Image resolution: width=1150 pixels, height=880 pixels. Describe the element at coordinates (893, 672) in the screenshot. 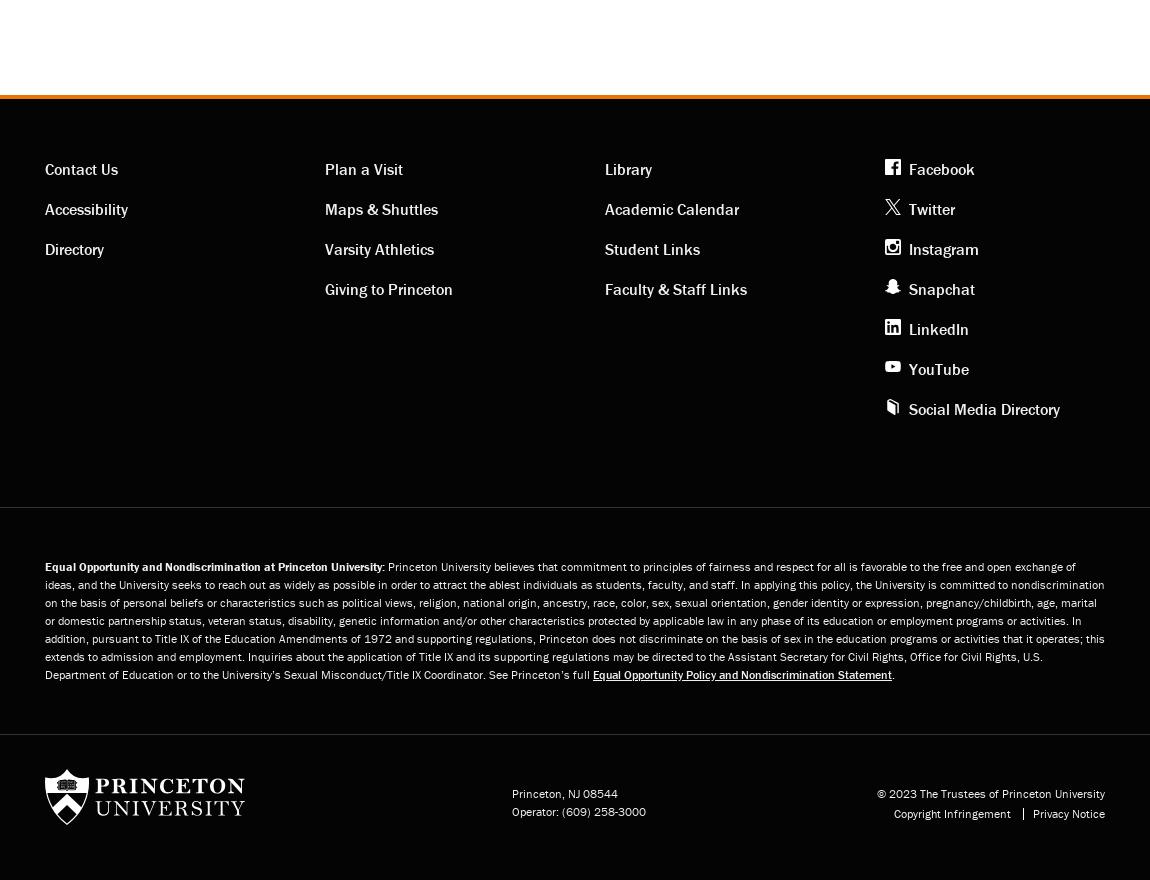

I see `'.'` at that location.